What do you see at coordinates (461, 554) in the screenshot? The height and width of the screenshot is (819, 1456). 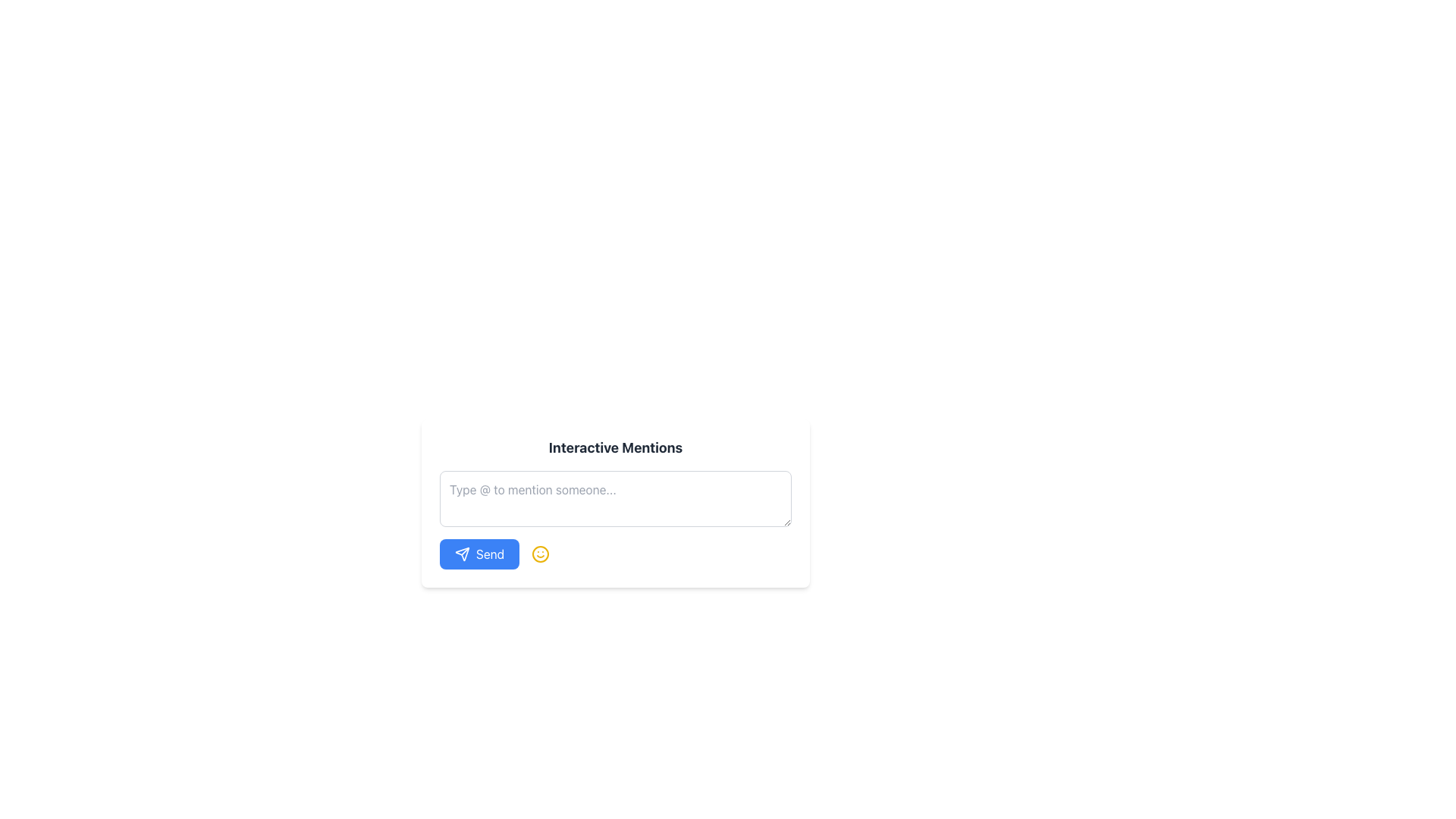 I see `the small icon resembling a stylized paper plane, which is located on the left side of the blue button labeled 'Send'` at bounding box center [461, 554].